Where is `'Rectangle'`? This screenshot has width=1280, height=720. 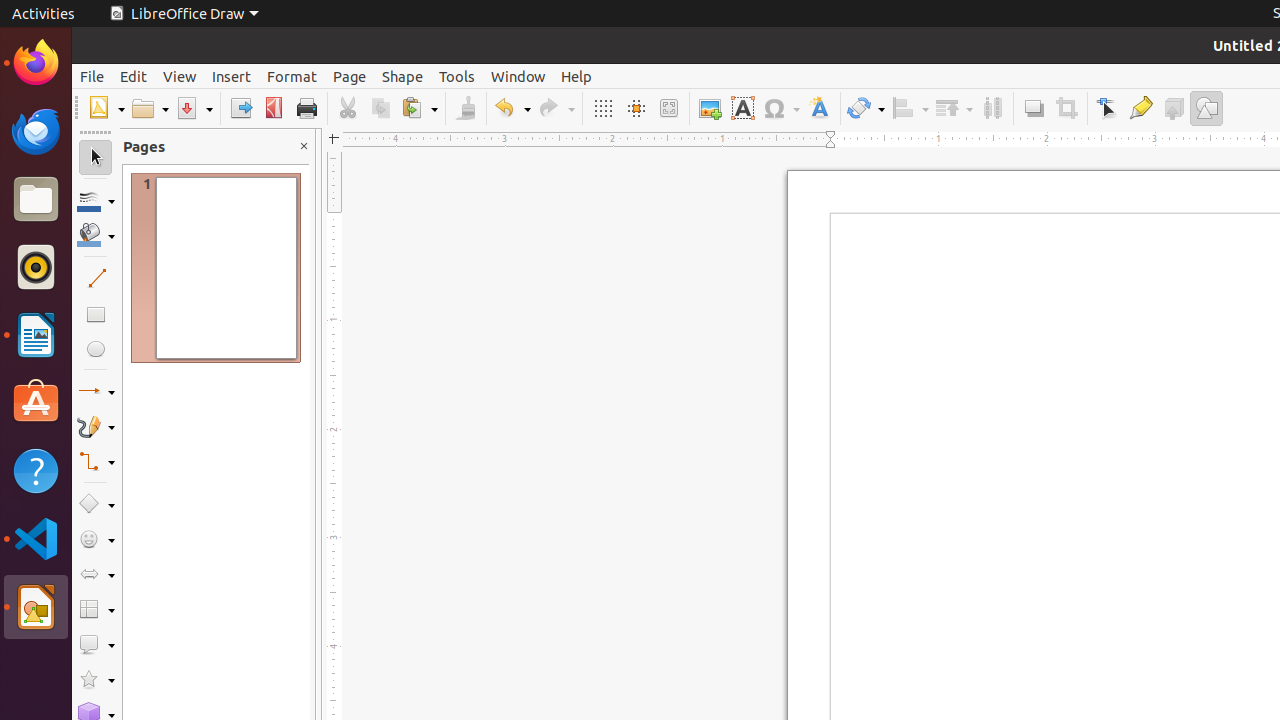 'Rectangle' is located at coordinates (94, 313).